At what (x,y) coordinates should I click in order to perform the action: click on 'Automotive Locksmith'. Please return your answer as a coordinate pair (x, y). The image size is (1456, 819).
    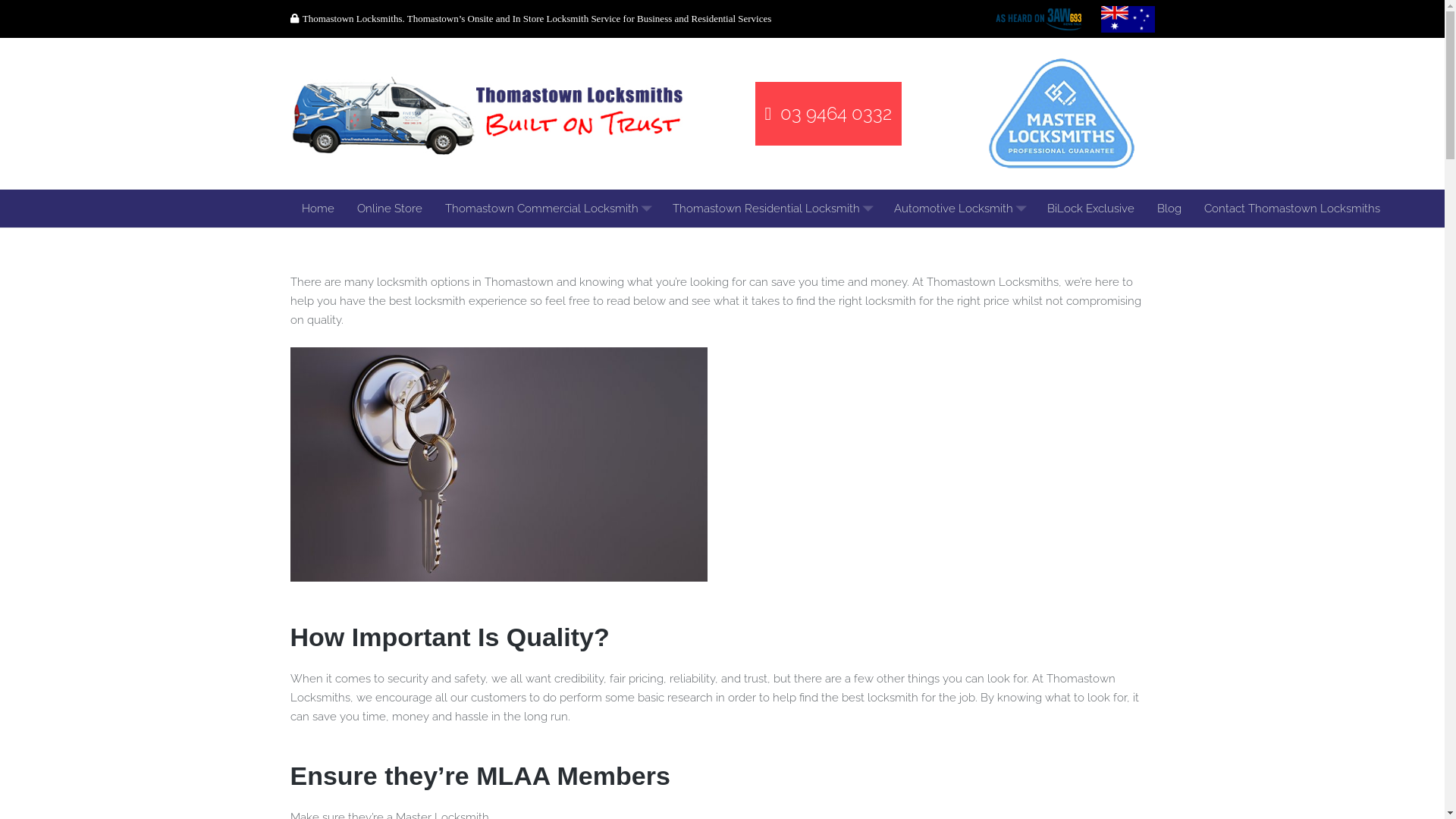
    Looking at the image, I should click on (882, 208).